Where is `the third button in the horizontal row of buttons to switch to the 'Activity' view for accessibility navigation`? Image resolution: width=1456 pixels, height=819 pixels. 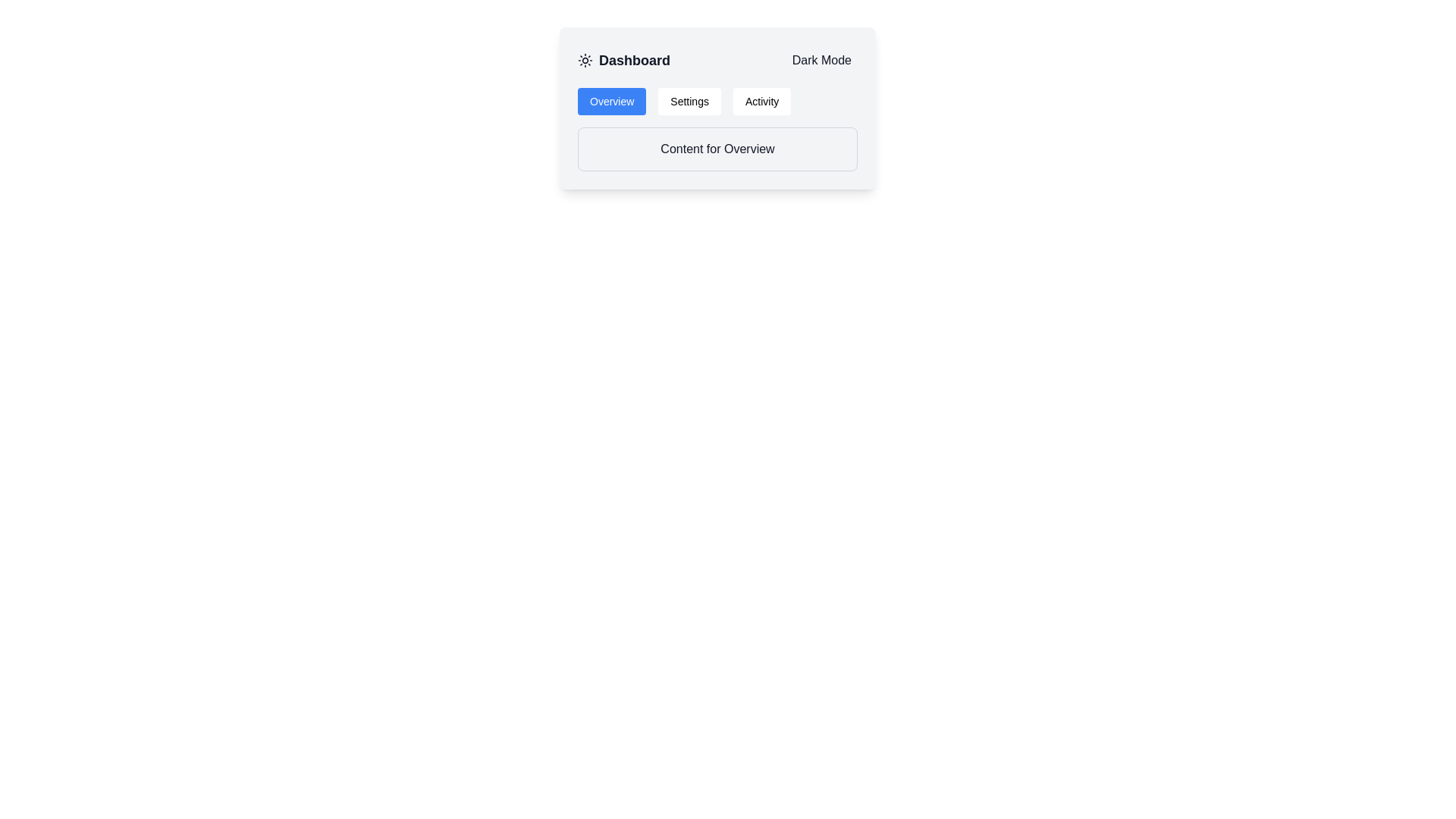
the third button in the horizontal row of buttons to switch to the 'Activity' view for accessibility navigation is located at coordinates (762, 102).